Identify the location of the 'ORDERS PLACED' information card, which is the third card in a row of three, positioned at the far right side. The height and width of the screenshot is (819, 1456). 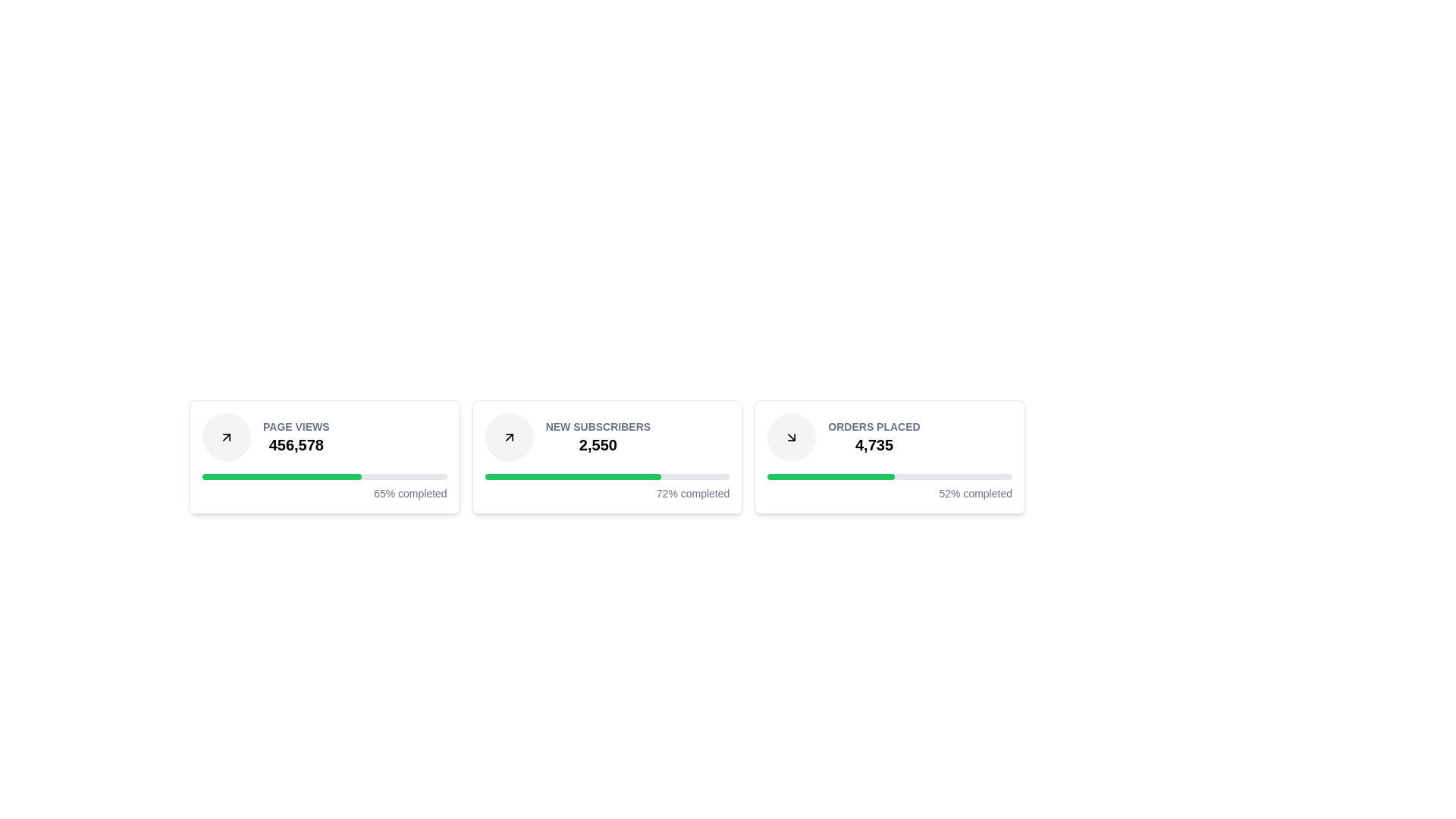
(890, 456).